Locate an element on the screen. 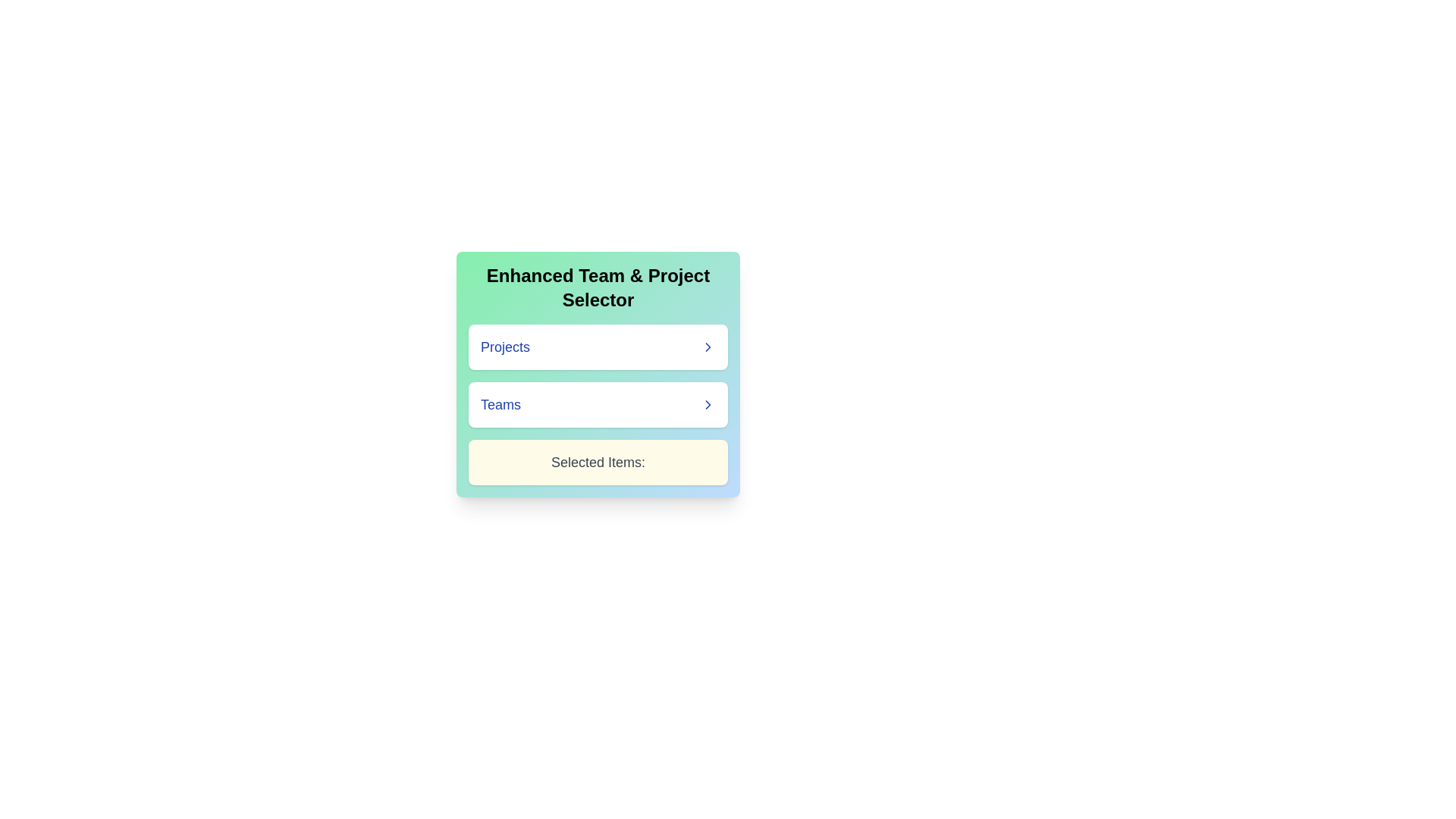 Image resolution: width=1456 pixels, height=819 pixels. the static text label reading 'Selected Items:' which is styled in medium gray on a light yellowish background, located beneath the dropdown buttons labeled Projects and Teams is located at coordinates (597, 461).